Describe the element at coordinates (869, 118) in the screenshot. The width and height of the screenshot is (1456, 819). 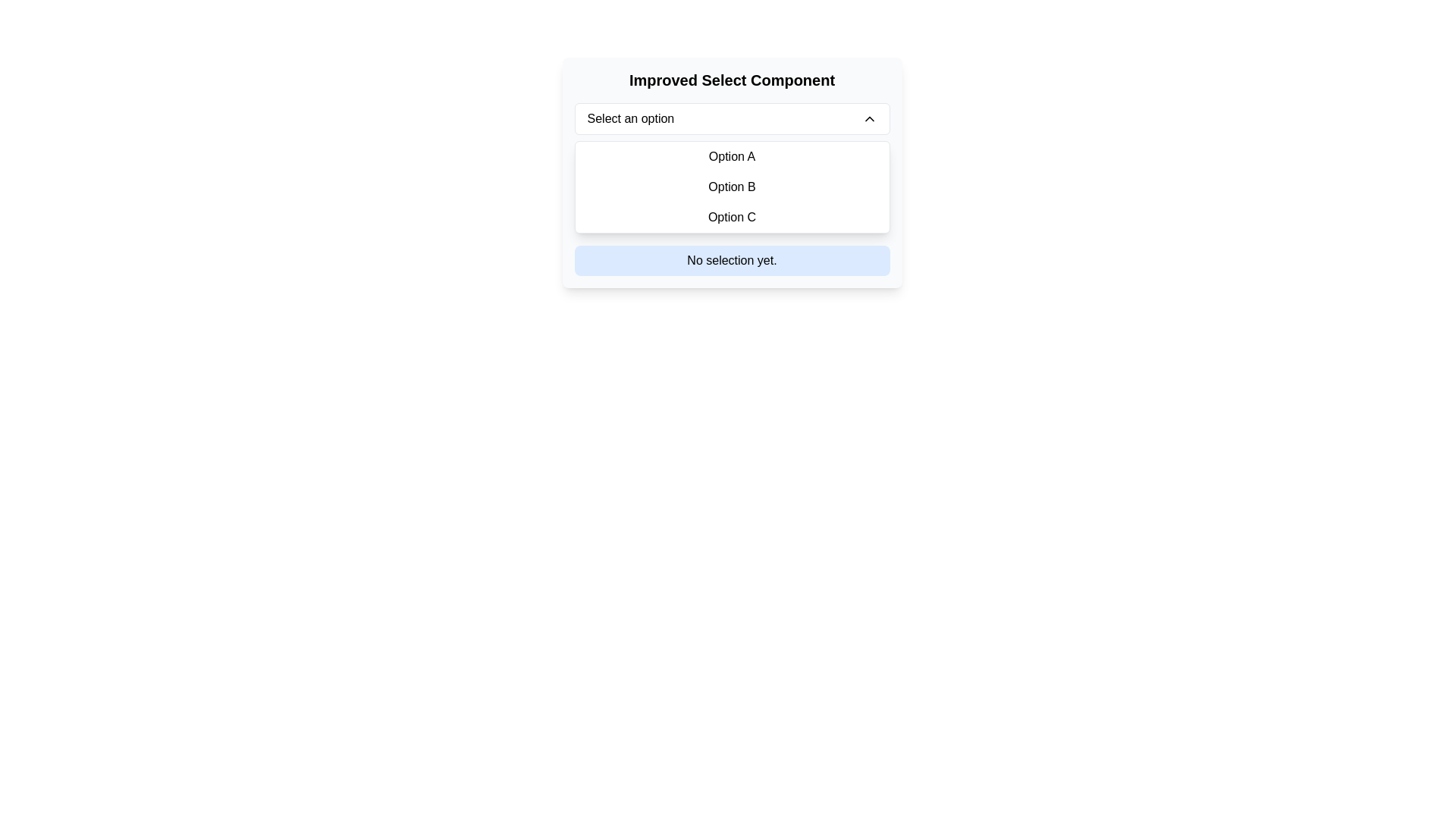
I see `the chevron icon located to the far right of the 'Select an option' dropdown button` at that location.